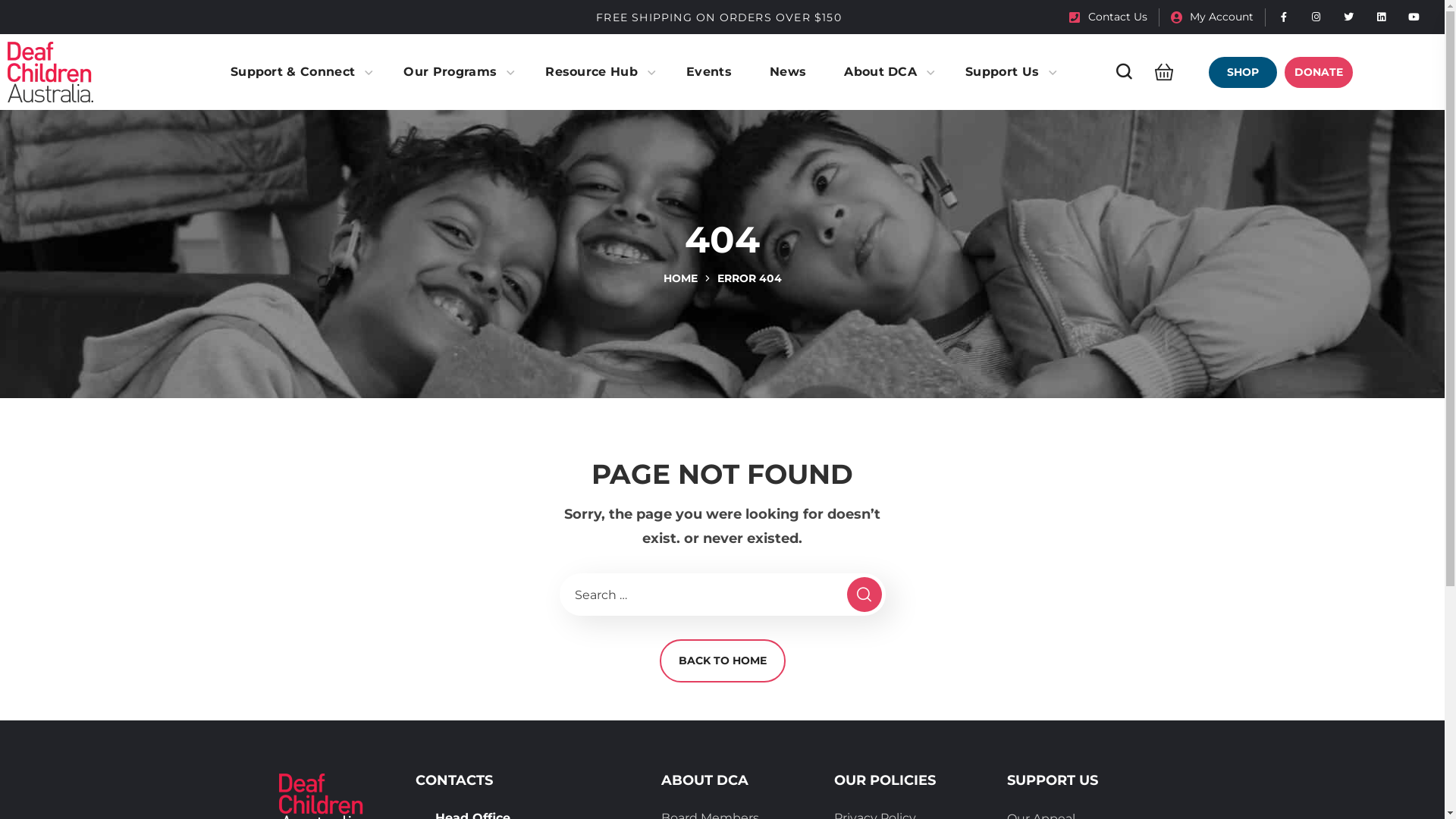 The height and width of the screenshot is (819, 1456). What do you see at coordinates (1242, 71) in the screenshot?
I see `'SHOP'` at bounding box center [1242, 71].